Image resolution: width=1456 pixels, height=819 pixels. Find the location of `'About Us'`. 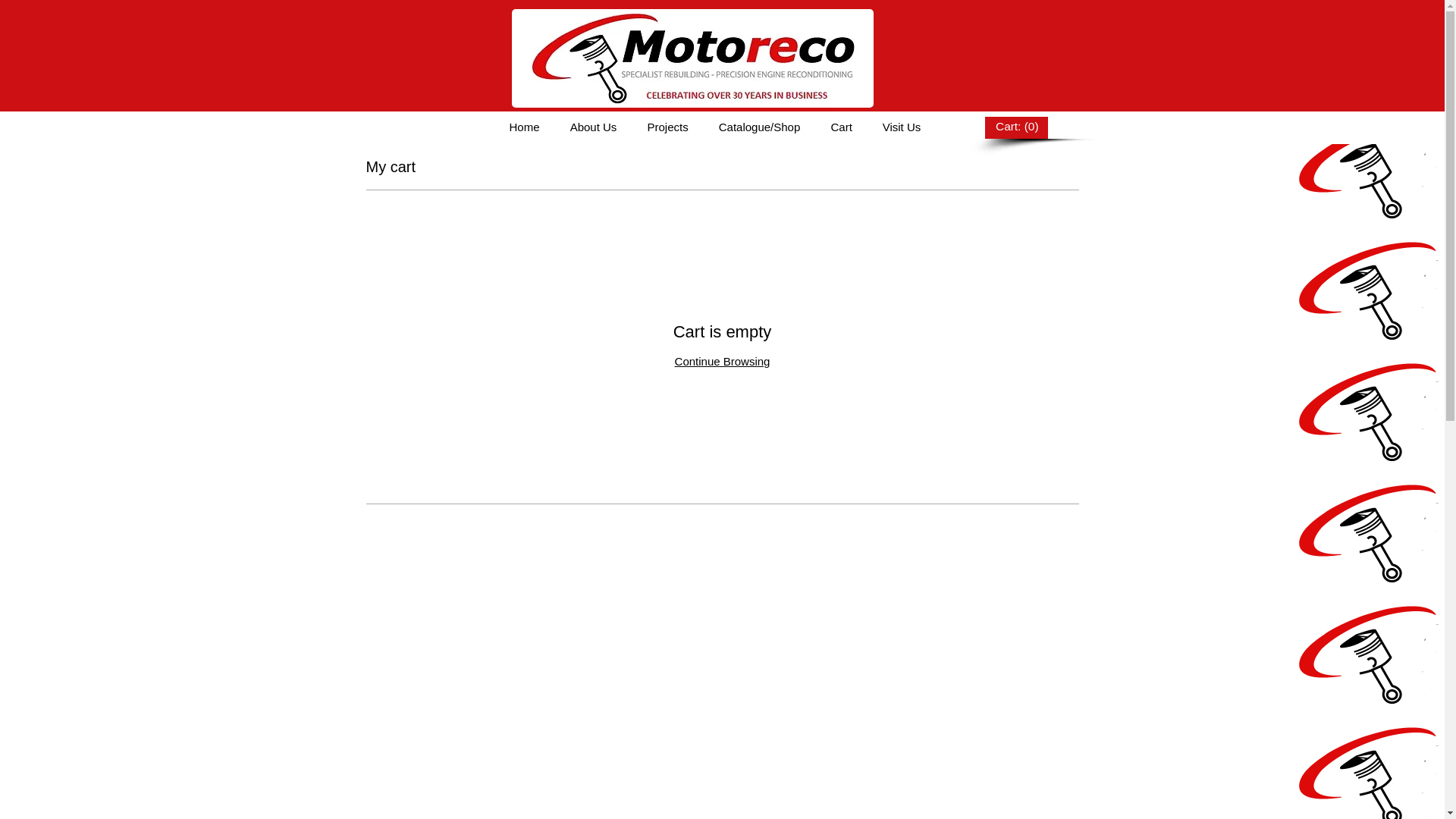

'About Us' is located at coordinates (592, 127).